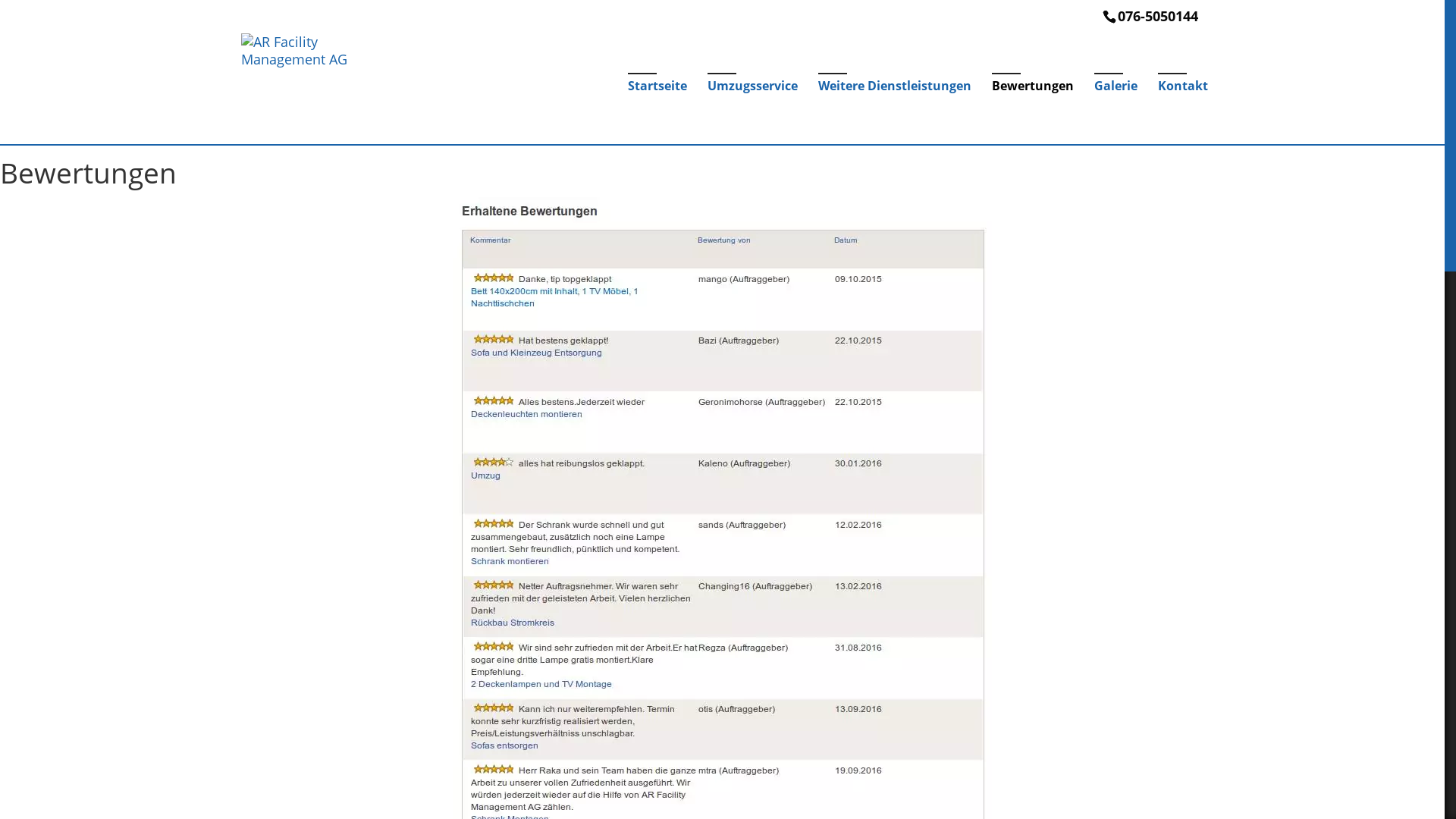  What do you see at coordinates (1181, 111) in the screenshot?
I see `'Kontakt'` at bounding box center [1181, 111].